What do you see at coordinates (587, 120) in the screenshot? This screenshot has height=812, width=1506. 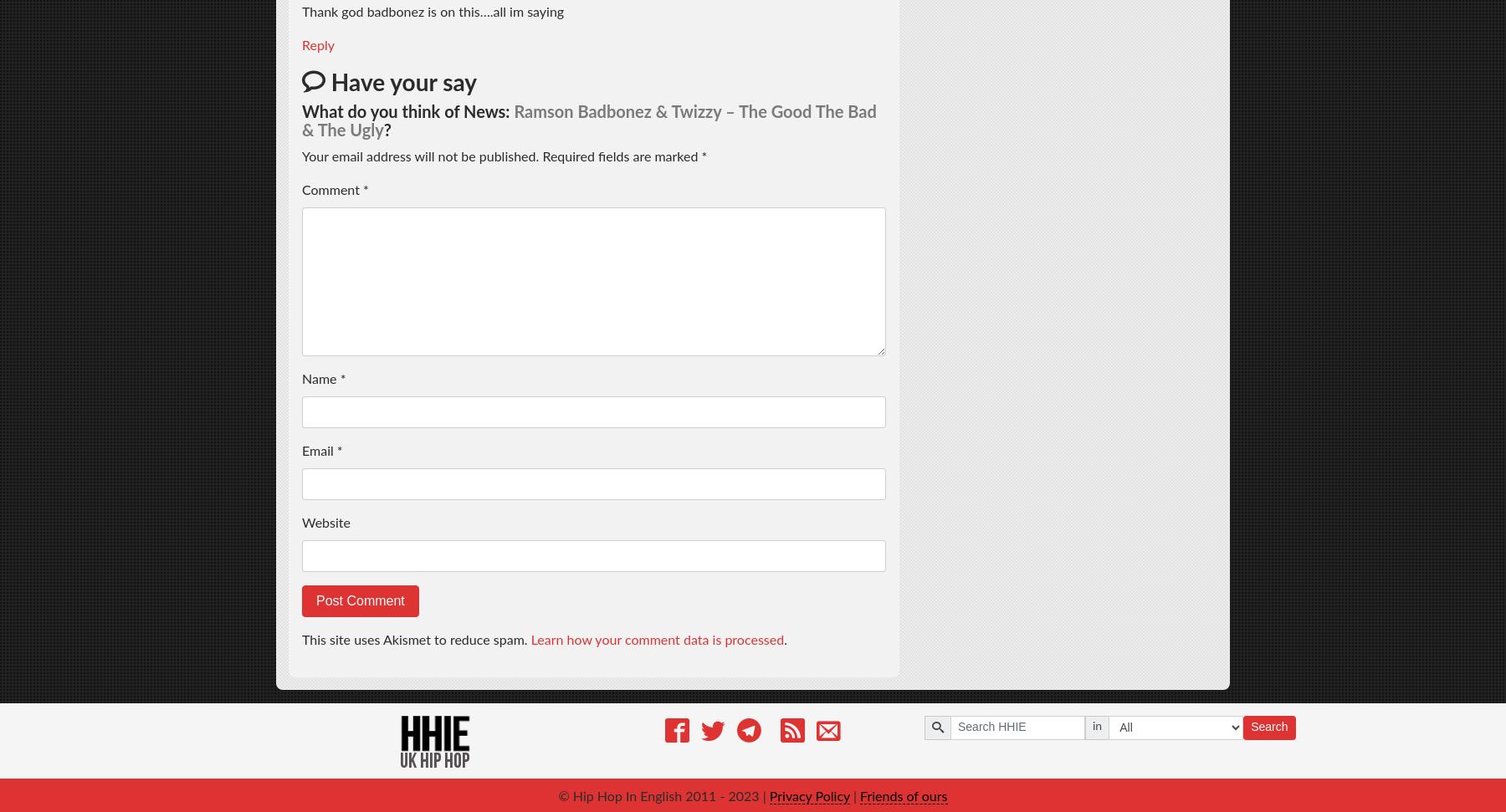 I see `'Ramson Badbonez & Twizzy – The Good The Bad & The Ugly'` at bounding box center [587, 120].